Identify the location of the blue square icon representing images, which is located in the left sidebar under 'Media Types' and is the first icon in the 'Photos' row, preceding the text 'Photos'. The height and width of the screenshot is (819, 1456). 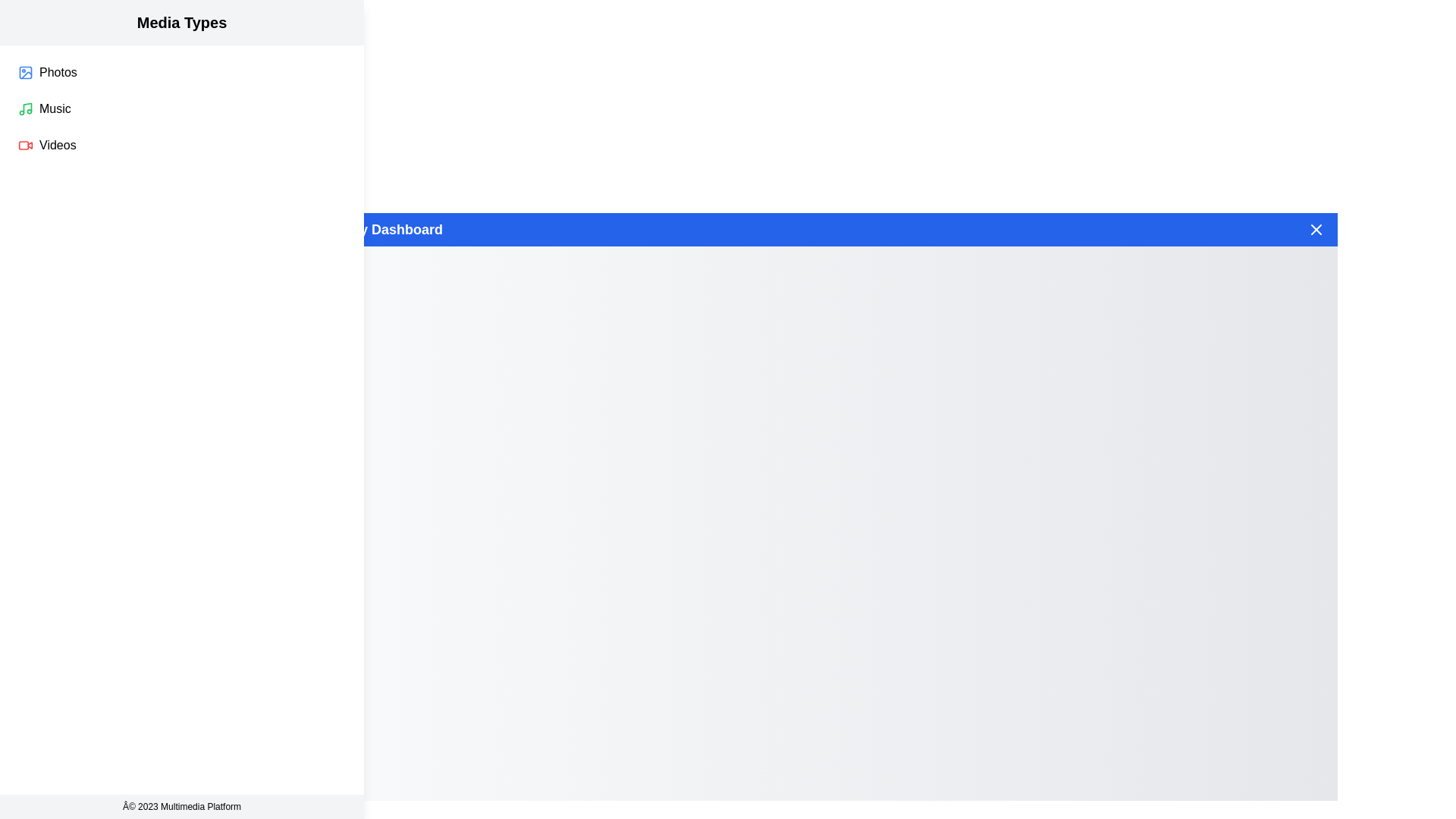
(25, 73).